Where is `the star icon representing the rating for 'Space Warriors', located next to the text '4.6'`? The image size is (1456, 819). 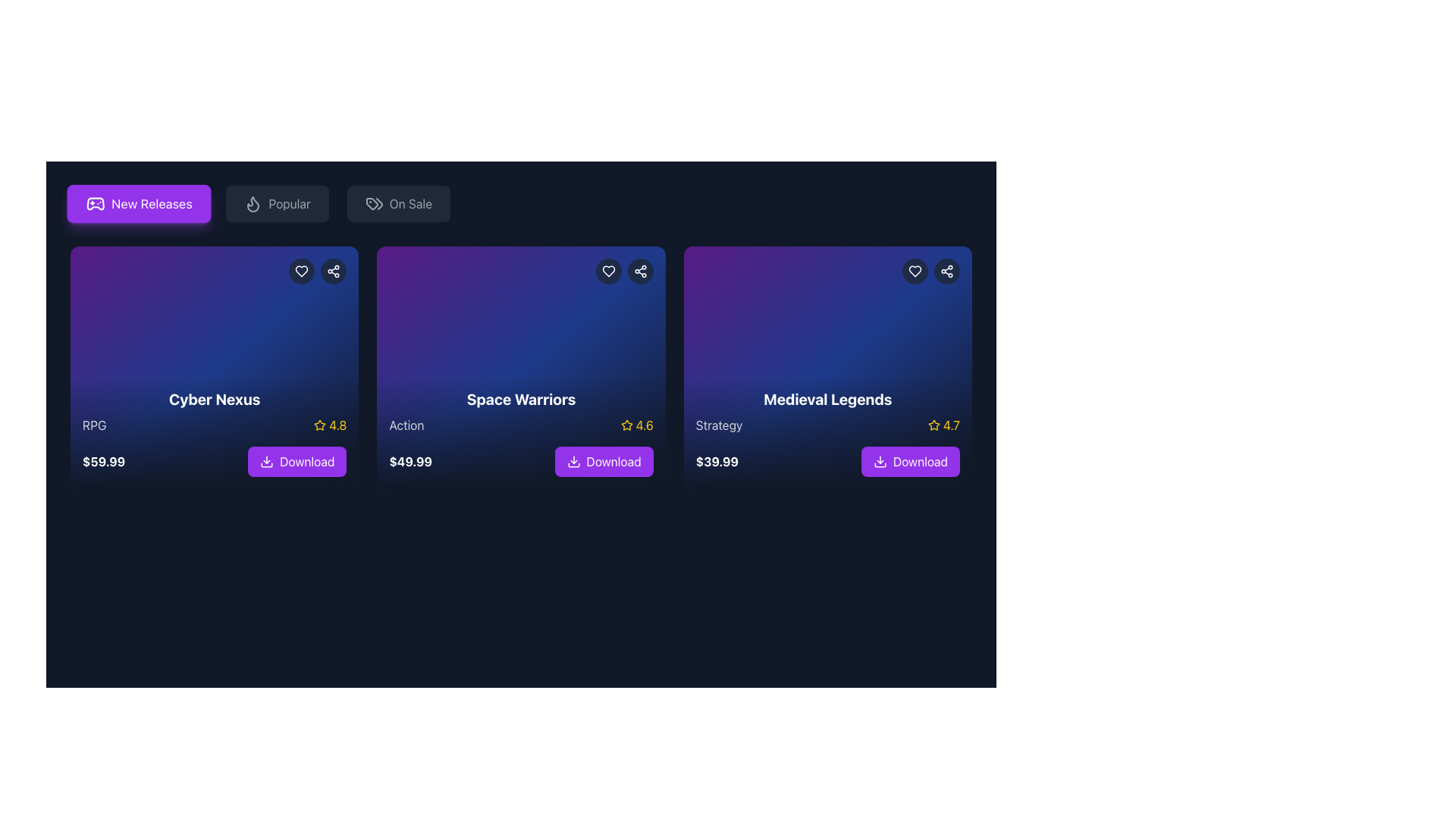
the star icon representing the rating for 'Space Warriors', located next to the text '4.6' is located at coordinates (626, 425).